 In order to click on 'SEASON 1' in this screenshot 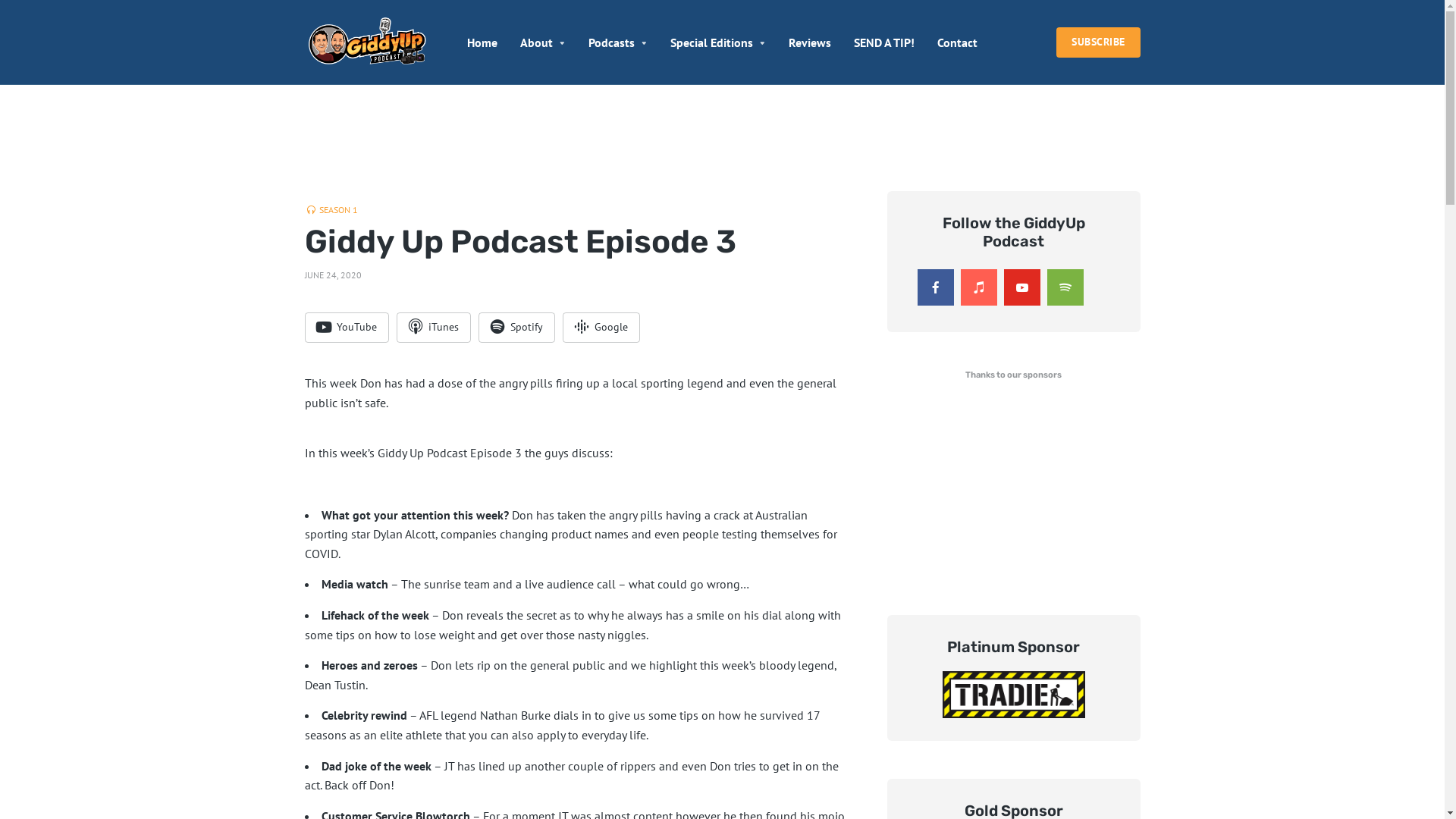, I will do `click(330, 210)`.